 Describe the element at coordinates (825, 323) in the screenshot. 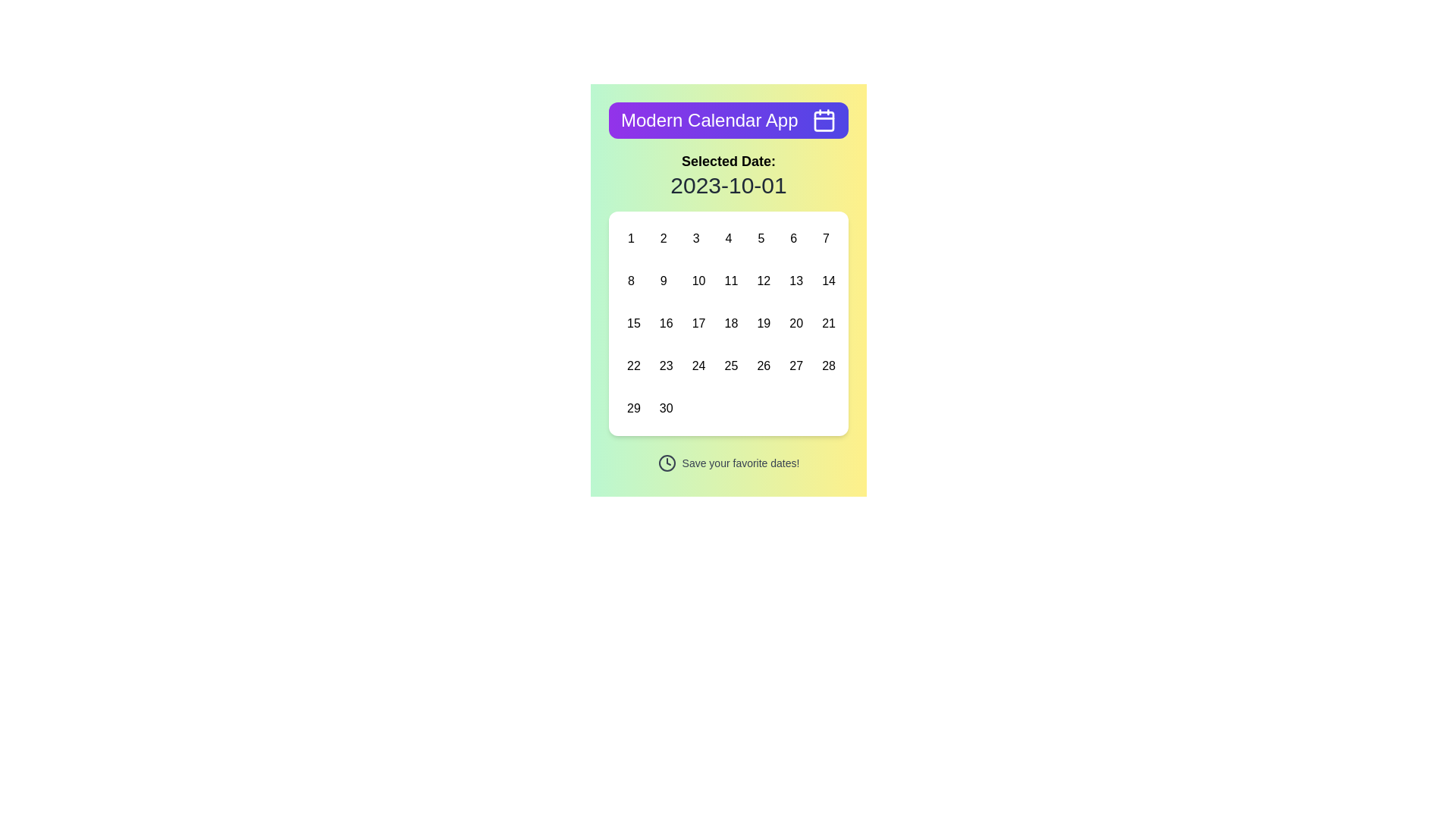

I see `the date selection button for '21' in the calendar interface` at that location.